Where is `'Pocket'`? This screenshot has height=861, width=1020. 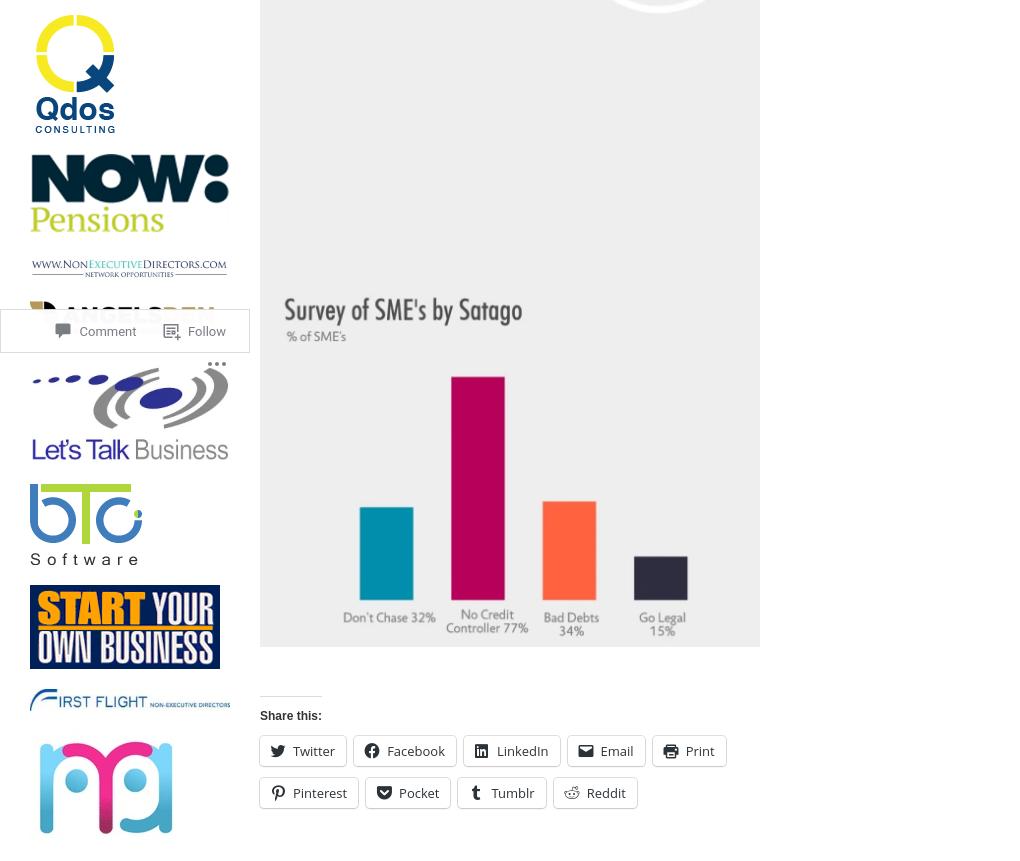
'Pocket' is located at coordinates (419, 792).